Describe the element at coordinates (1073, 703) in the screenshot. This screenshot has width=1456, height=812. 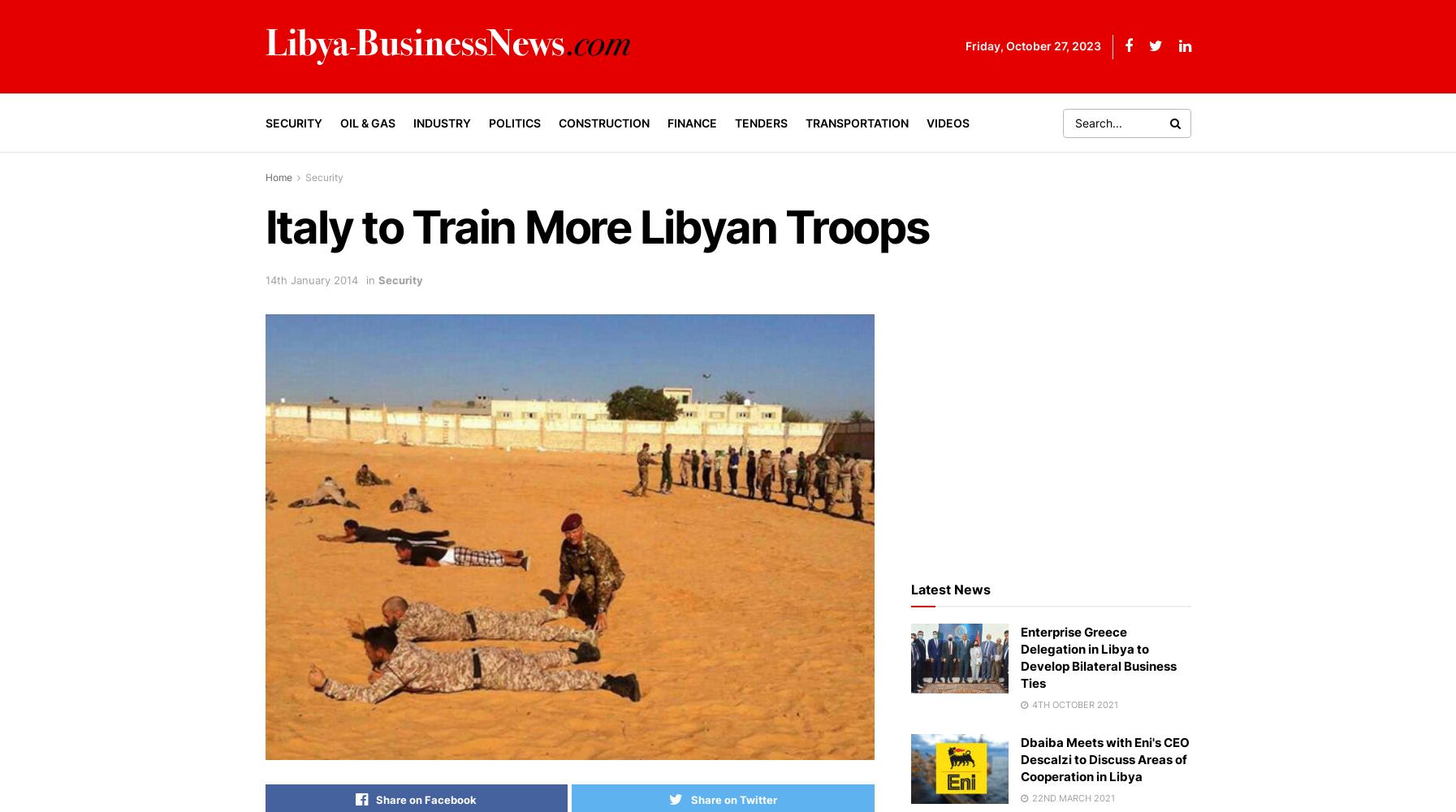
I see `'4th October 2021'` at that location.